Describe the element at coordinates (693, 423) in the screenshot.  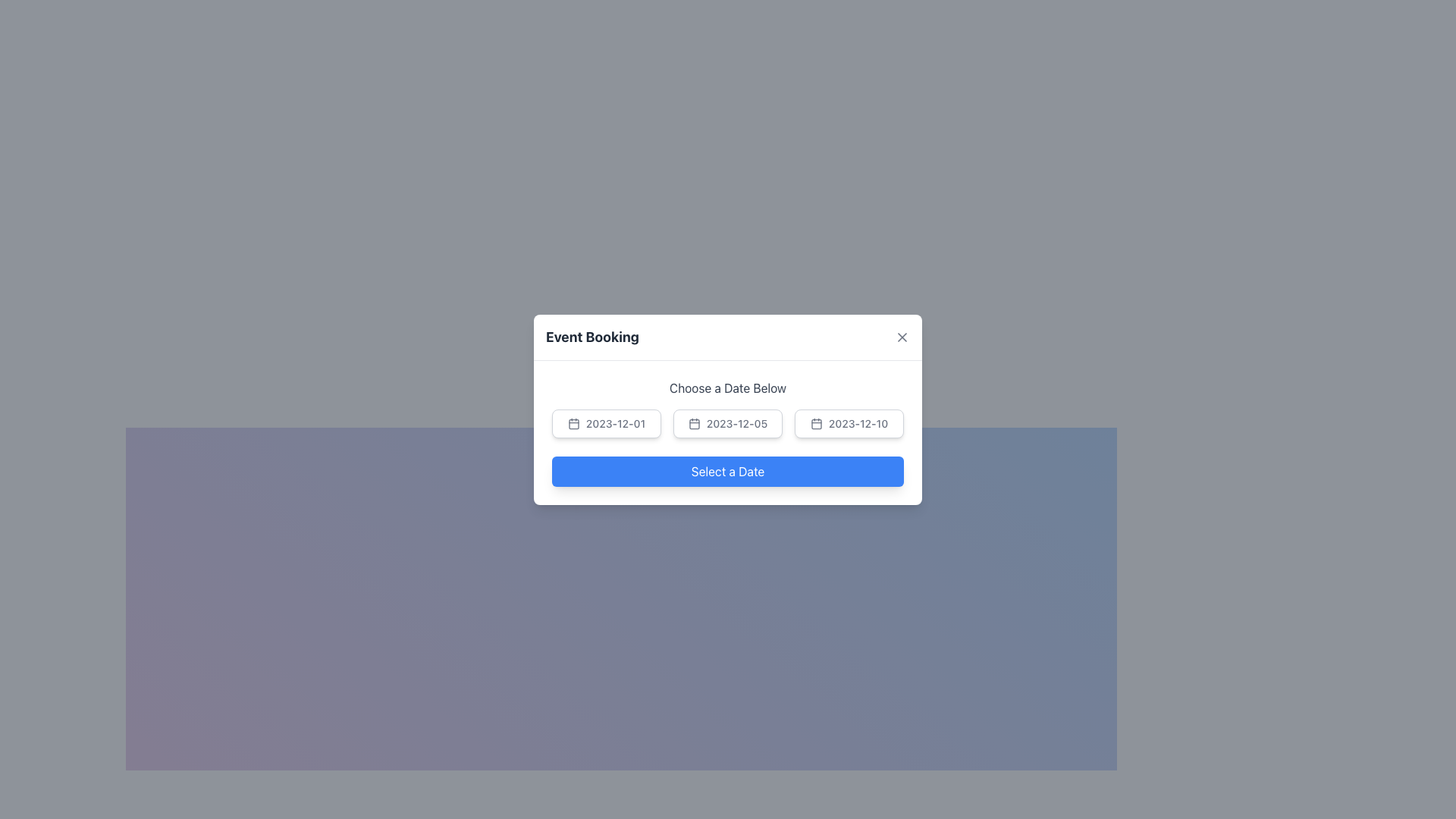
I see `the middle button containing the calendar icon associated with the date '2023-12-05'` at that location.